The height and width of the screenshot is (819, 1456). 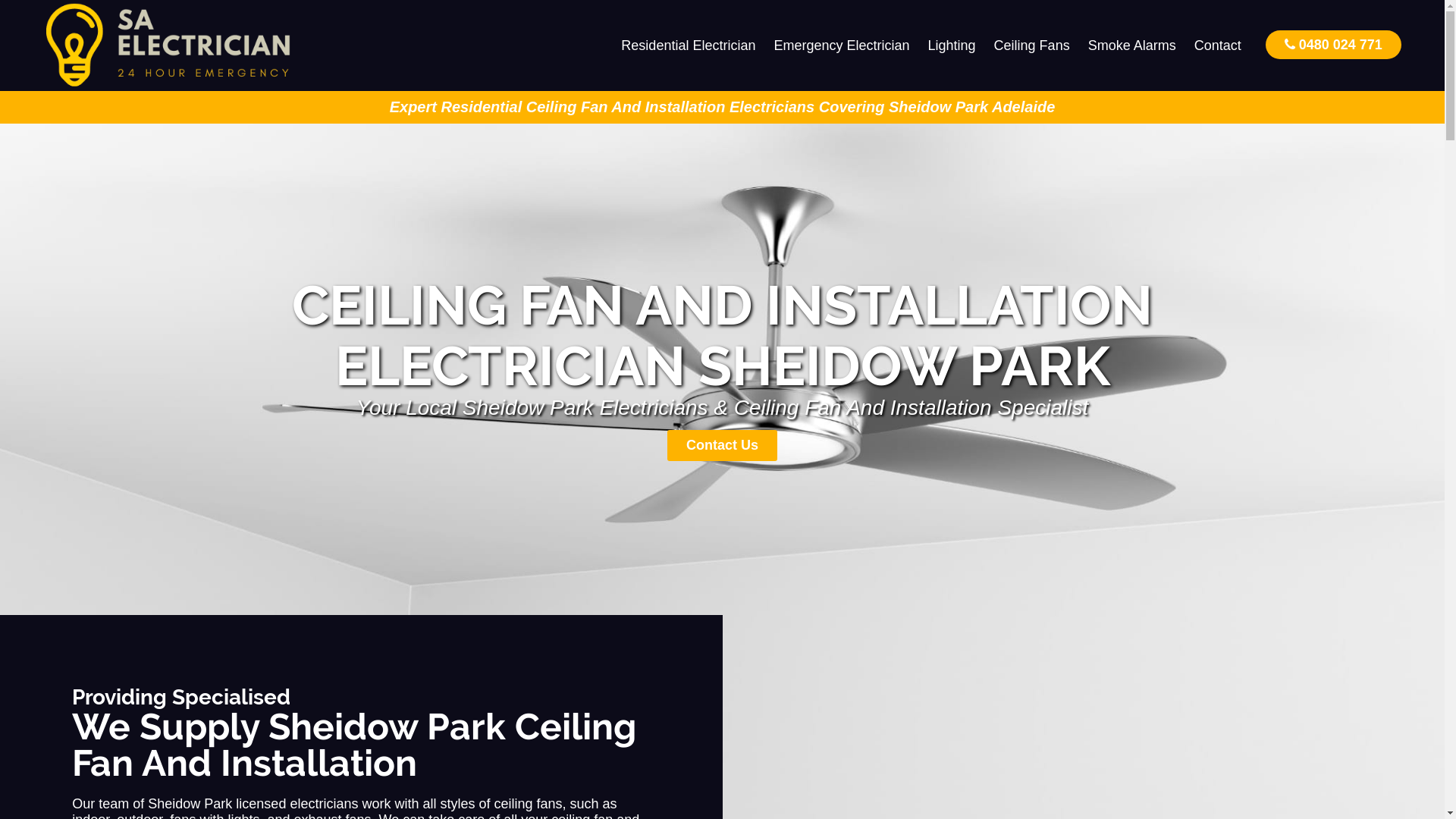 What do you see at coordinates (1078, 45) in the screenshot?
I see `'Smoke Alarms'` at bounding box center [1078, 45].